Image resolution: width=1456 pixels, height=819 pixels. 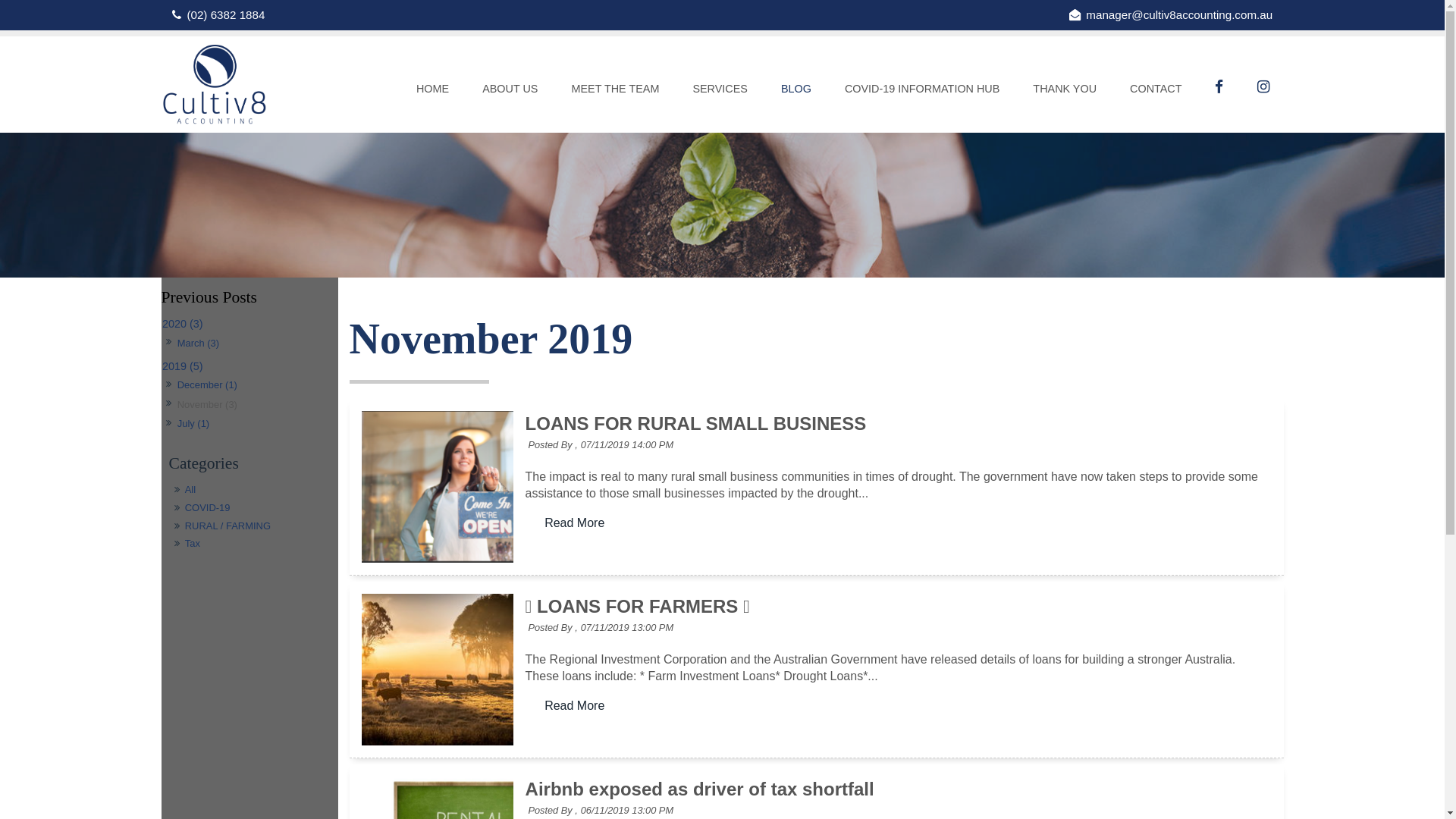 What do you see at coordinates (795, 90) in the screenshot?
I see `'BLOG'` at bounding box center [795, 90].